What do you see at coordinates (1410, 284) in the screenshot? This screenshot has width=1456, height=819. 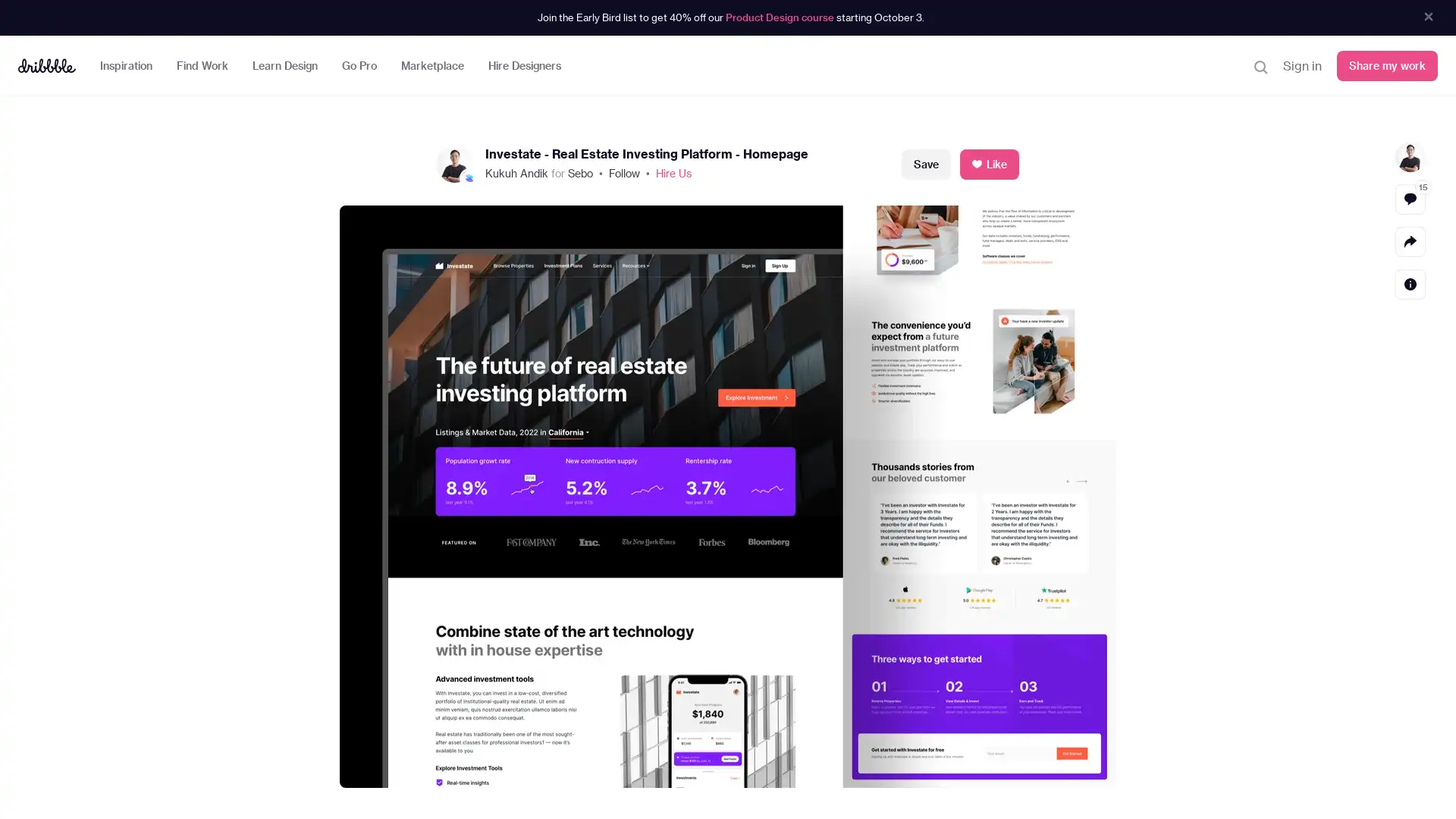 I see `Detail actions` at bounding box center [1410, 284].